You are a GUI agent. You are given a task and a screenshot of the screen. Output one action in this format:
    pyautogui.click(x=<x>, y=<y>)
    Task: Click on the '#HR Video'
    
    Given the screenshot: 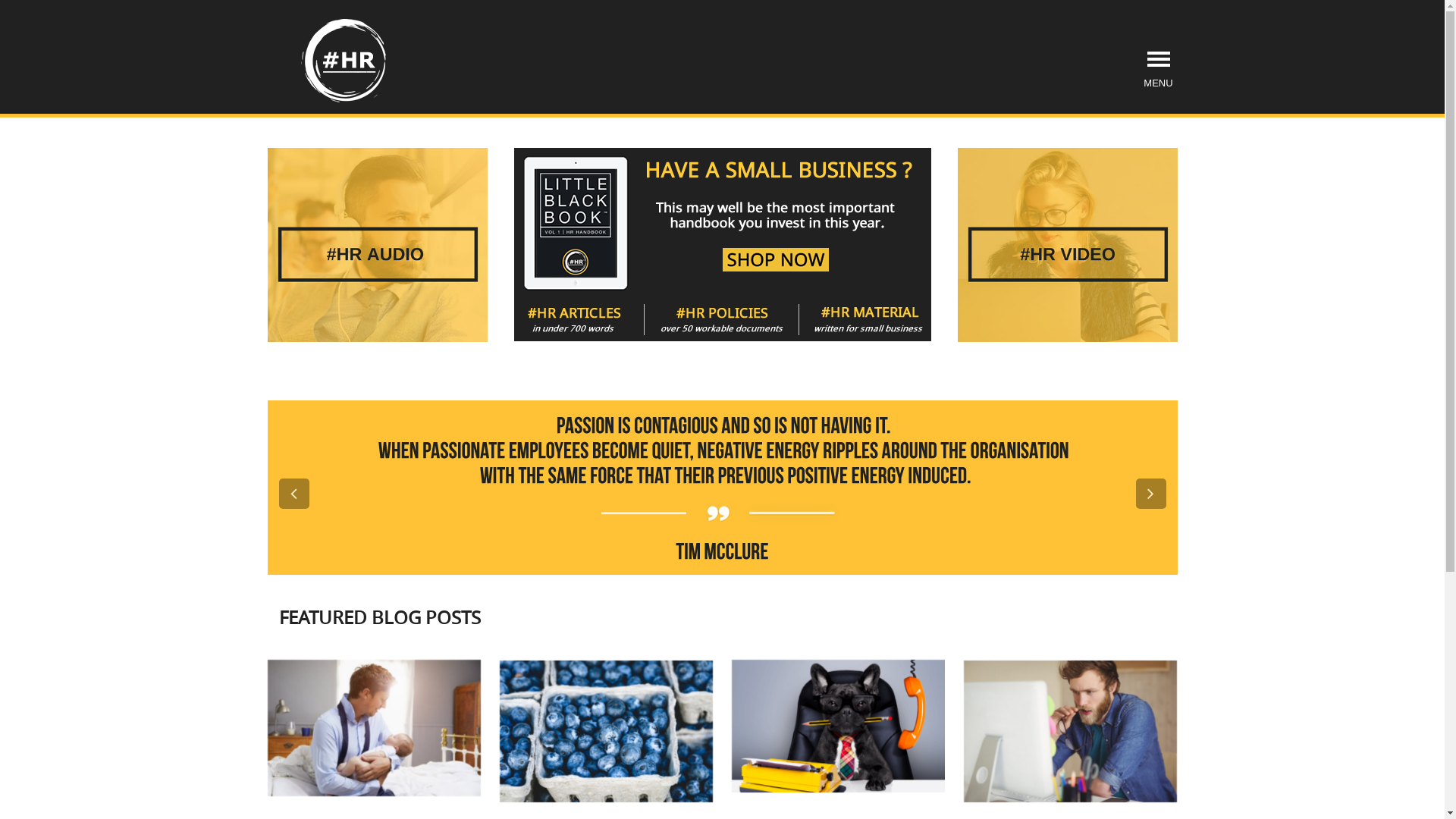 What is the action you would take?
    pyautogui.click(x=1065, y=244)
    